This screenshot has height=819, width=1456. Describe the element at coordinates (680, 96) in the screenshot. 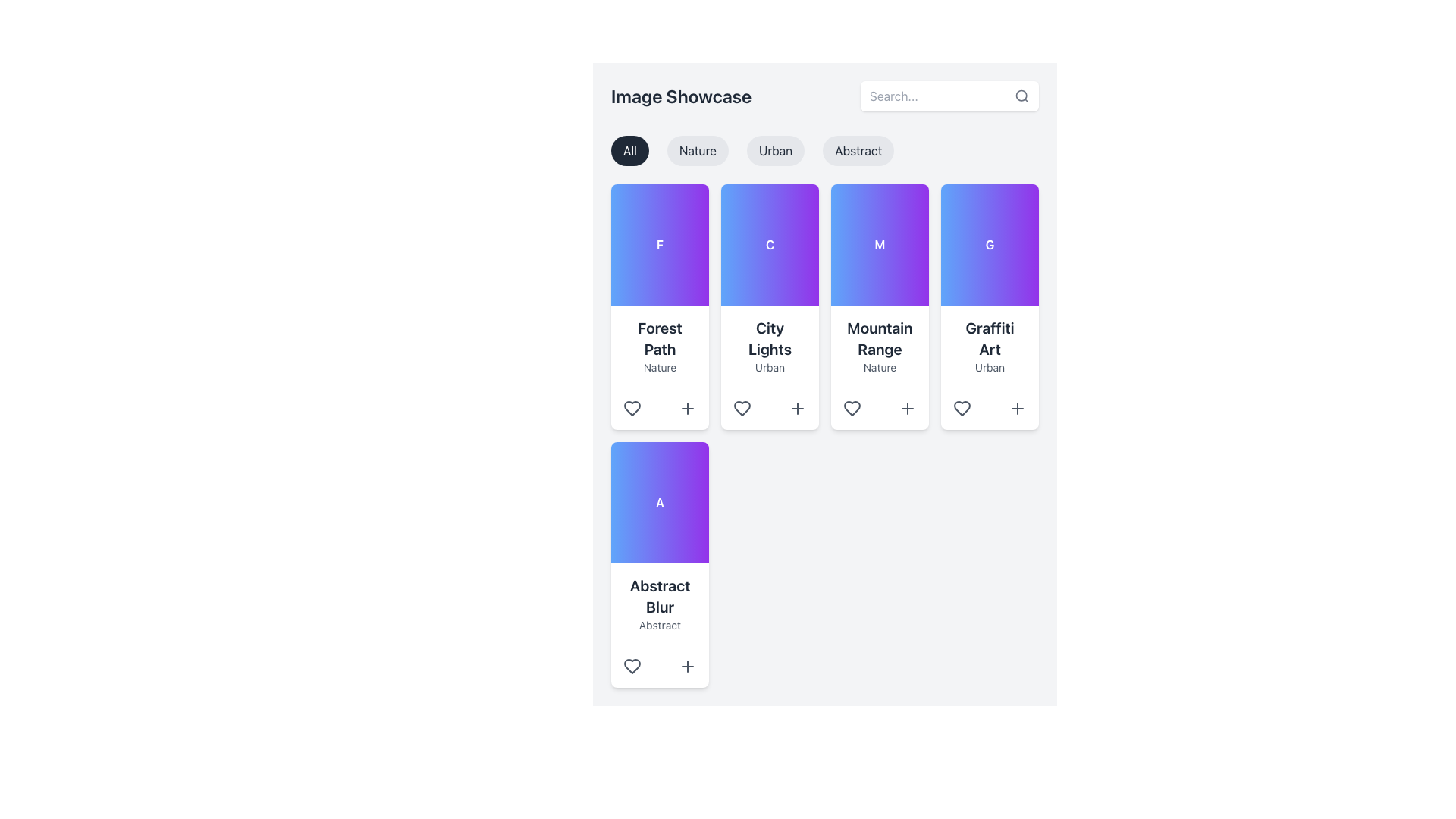

I see `the text label located in the upper-left section of the top navigation area, which serves as a title or heading for the surrounding content` at that location.